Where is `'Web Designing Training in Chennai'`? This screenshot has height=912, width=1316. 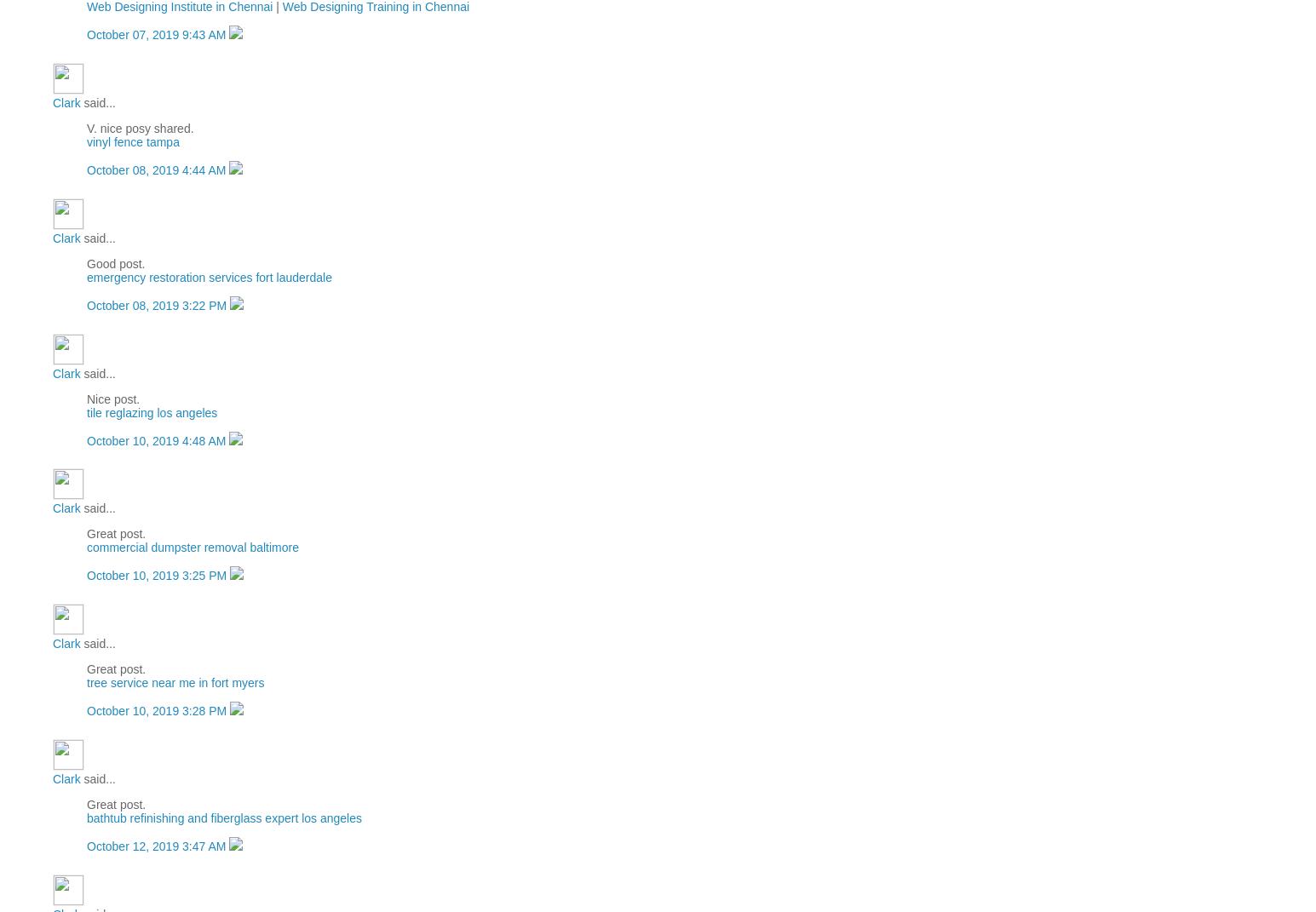 'Web Designing Training in Chennai' is located at coordinates (374, 6).